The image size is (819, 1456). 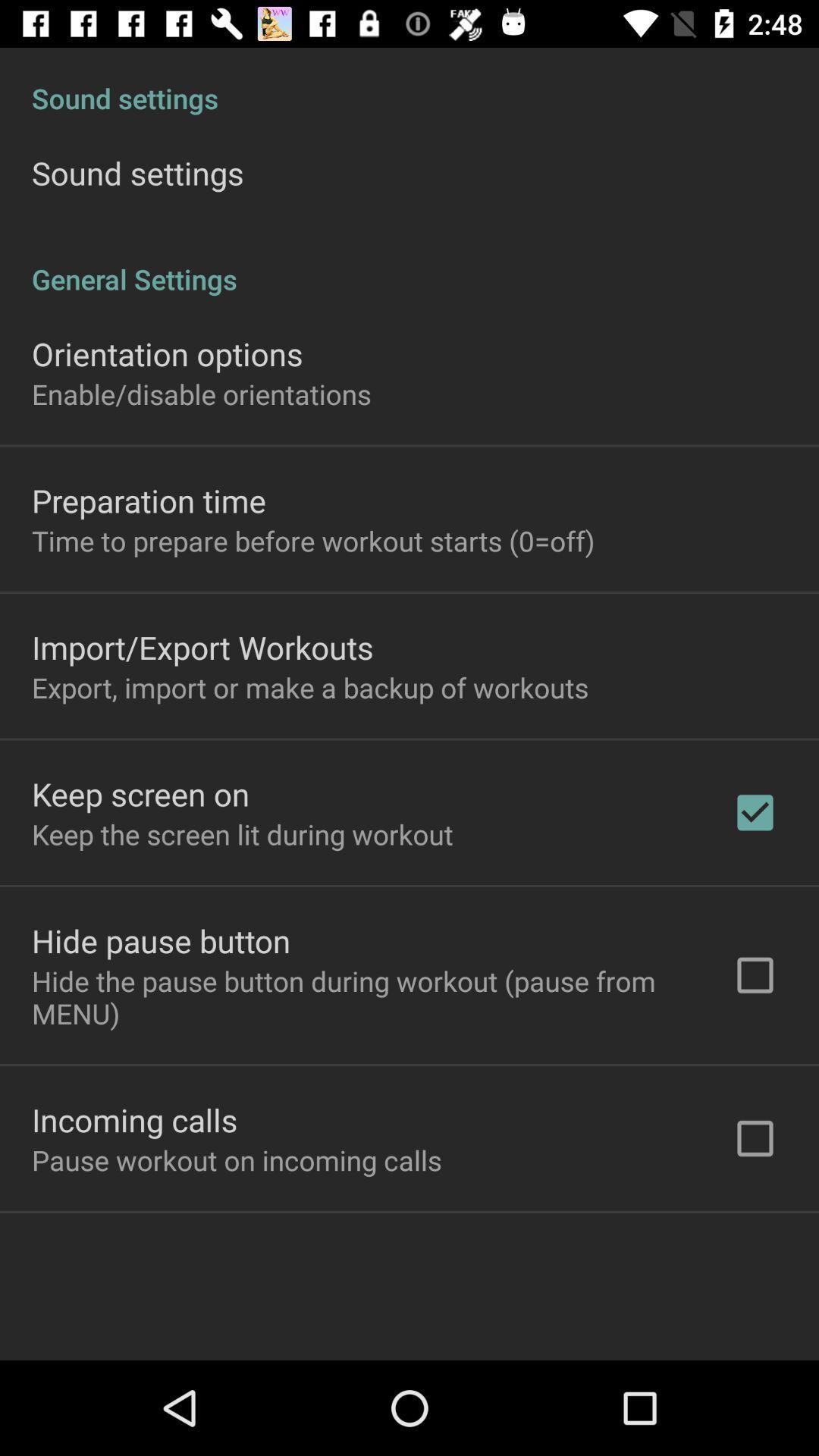 I want to click on the icon below enable/disable orientations icon, so click(x=149, y=500).